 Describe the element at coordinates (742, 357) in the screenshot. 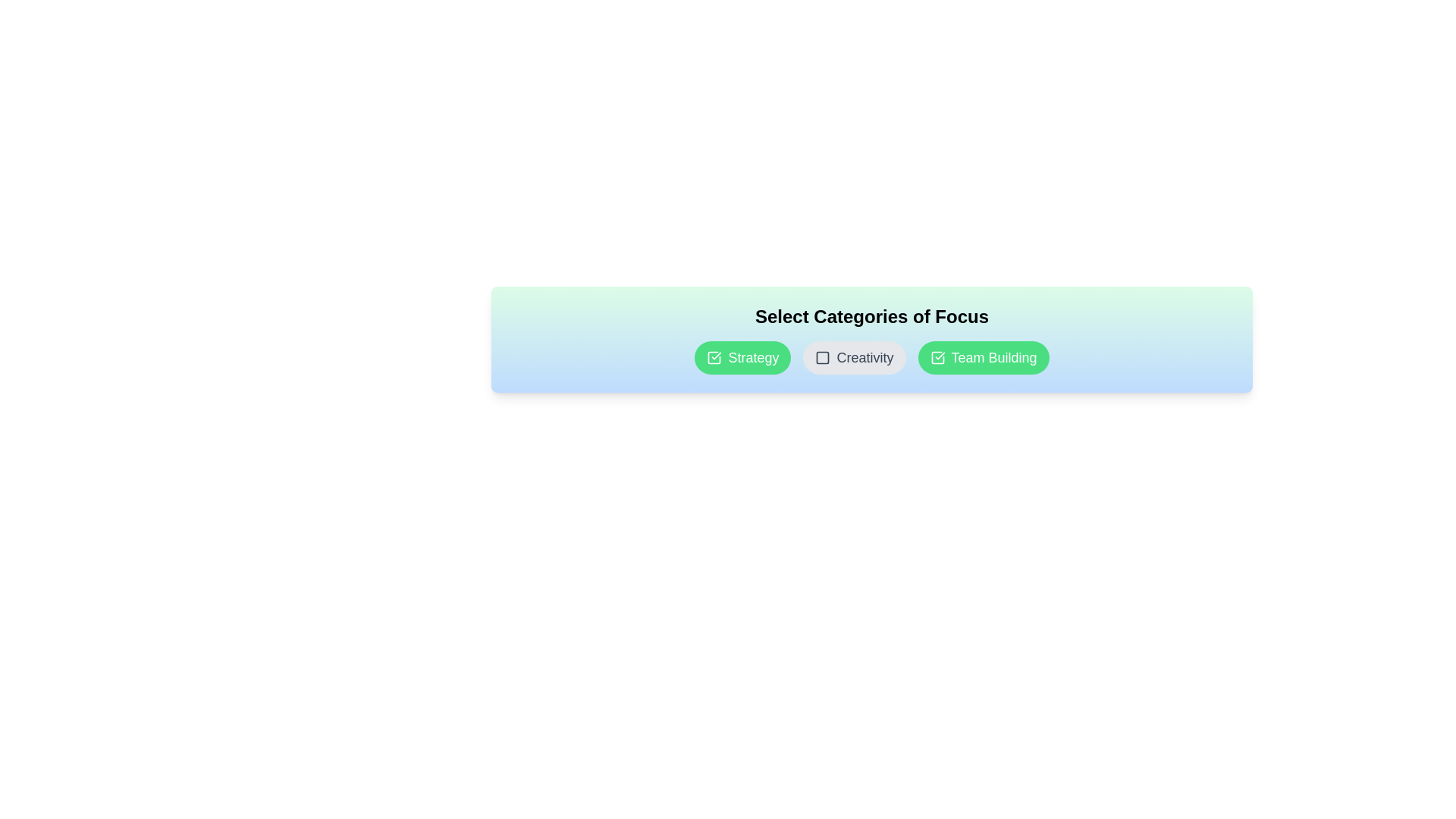

I see `the category chip labeled Strategy` at that location.